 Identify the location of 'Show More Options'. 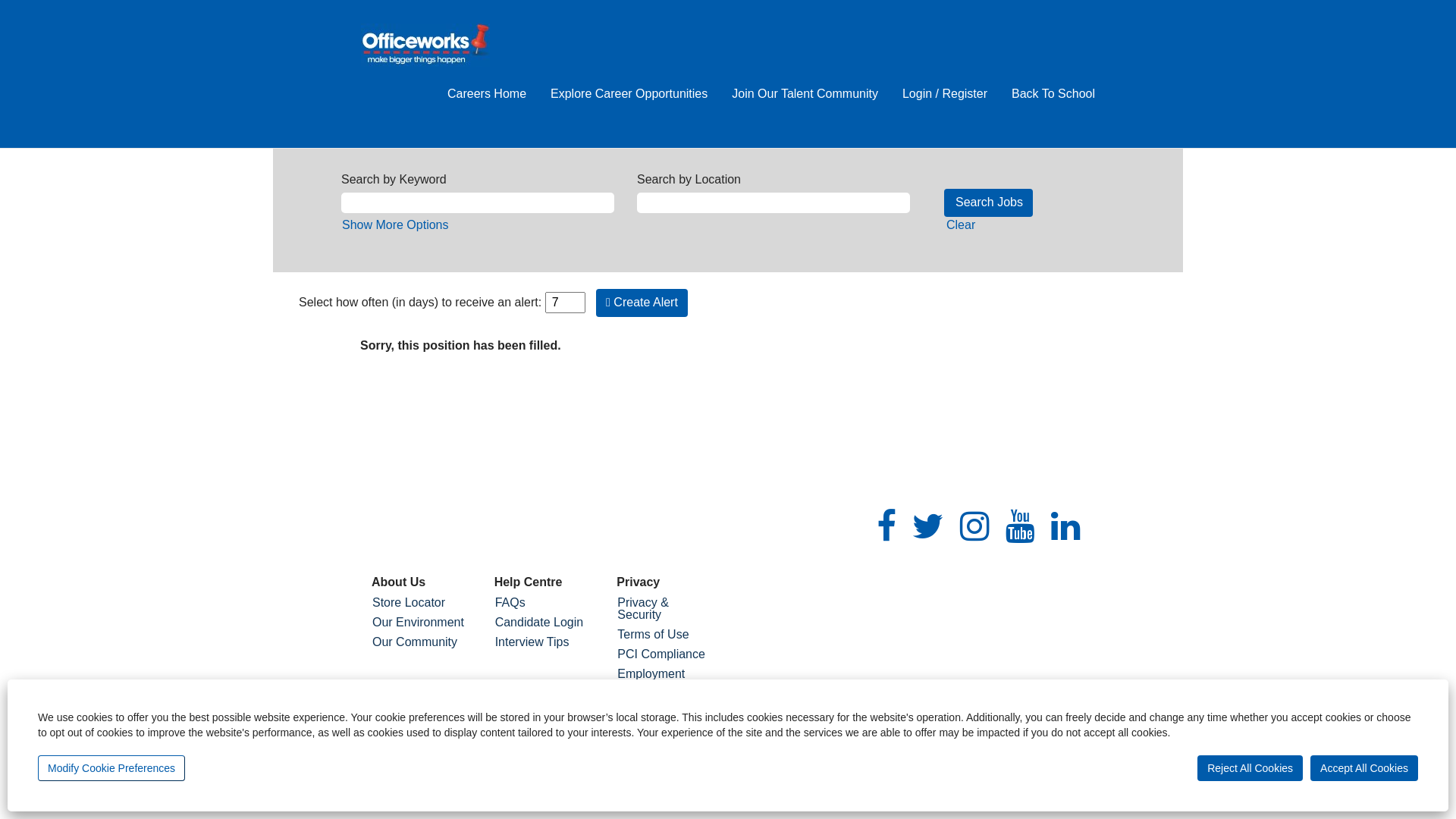
(395, 224).